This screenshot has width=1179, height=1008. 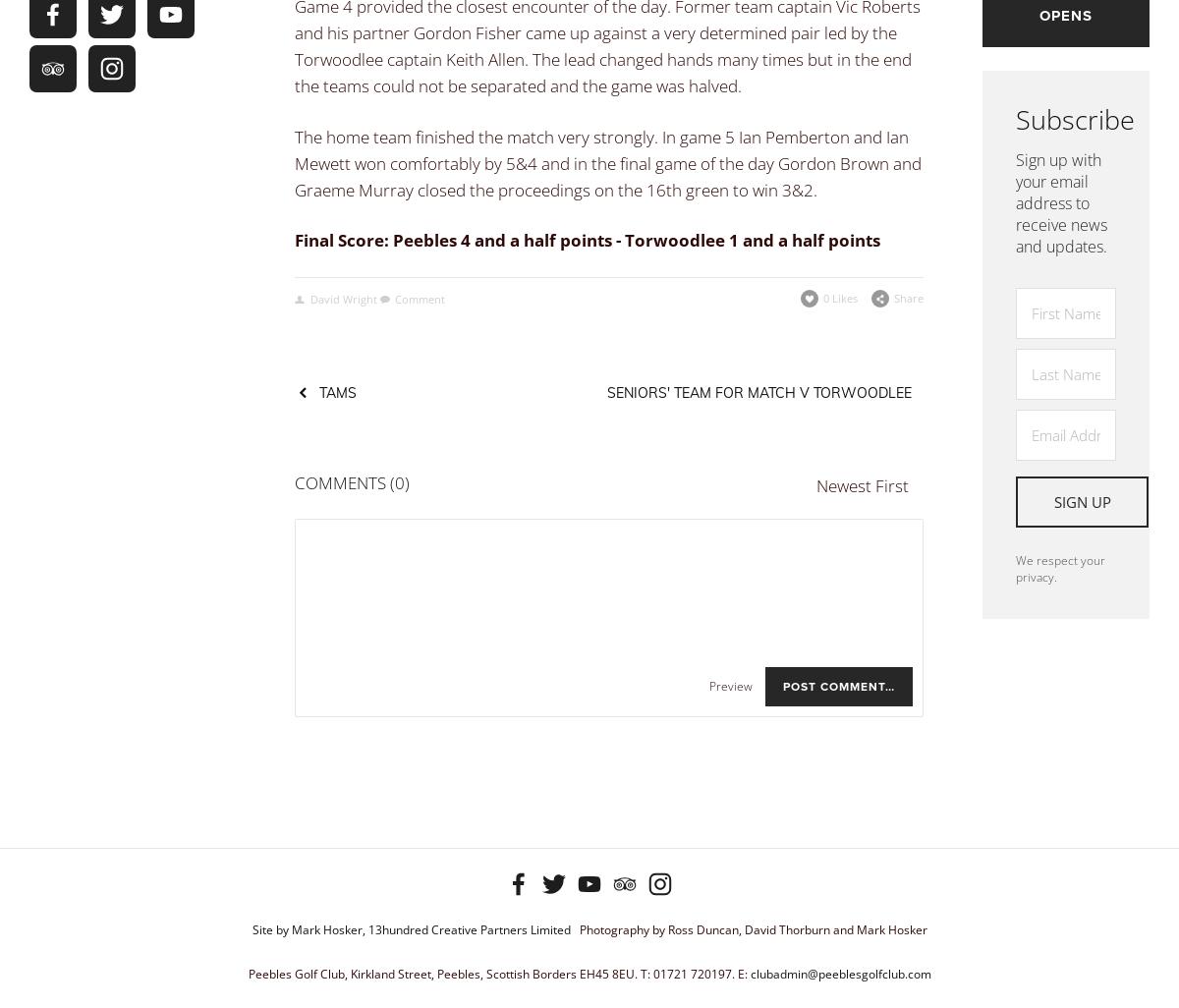 I want to click on 'Site by Mark Hosker, 13hundred Creative Partners Limited', so click(x=250, y=928).